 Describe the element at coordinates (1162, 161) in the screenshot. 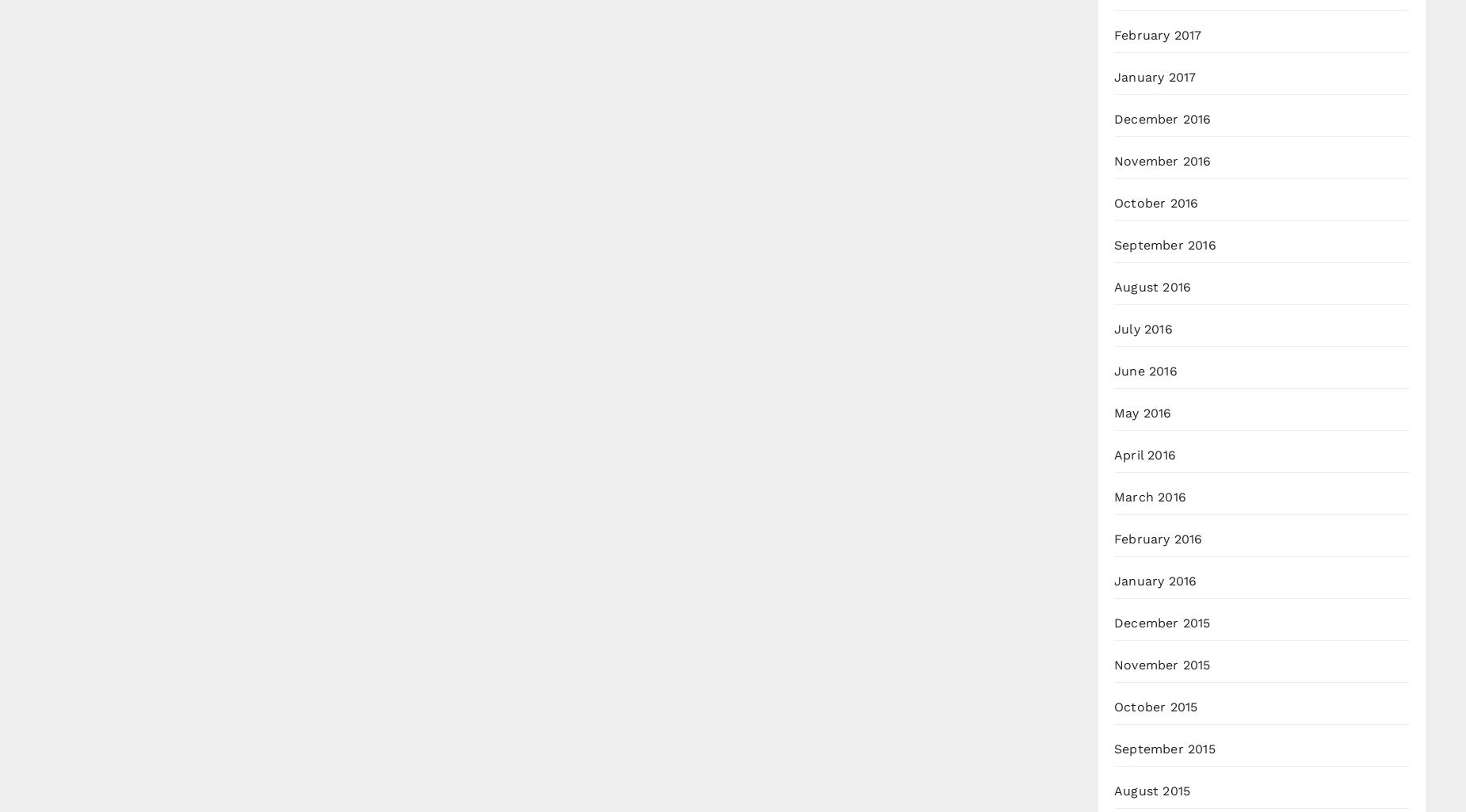

I see `'November 2016'` at that location.